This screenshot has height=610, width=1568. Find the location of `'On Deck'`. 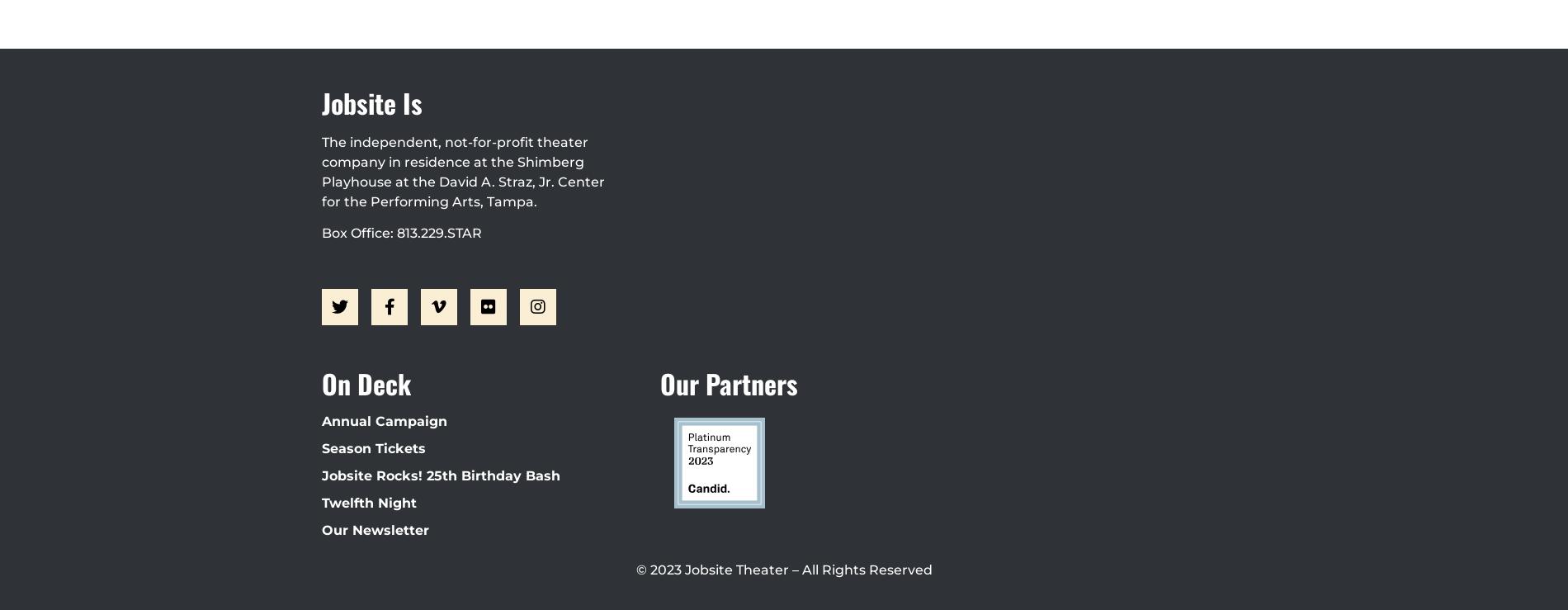

'On Deck' is located at coordinates (366, 382).